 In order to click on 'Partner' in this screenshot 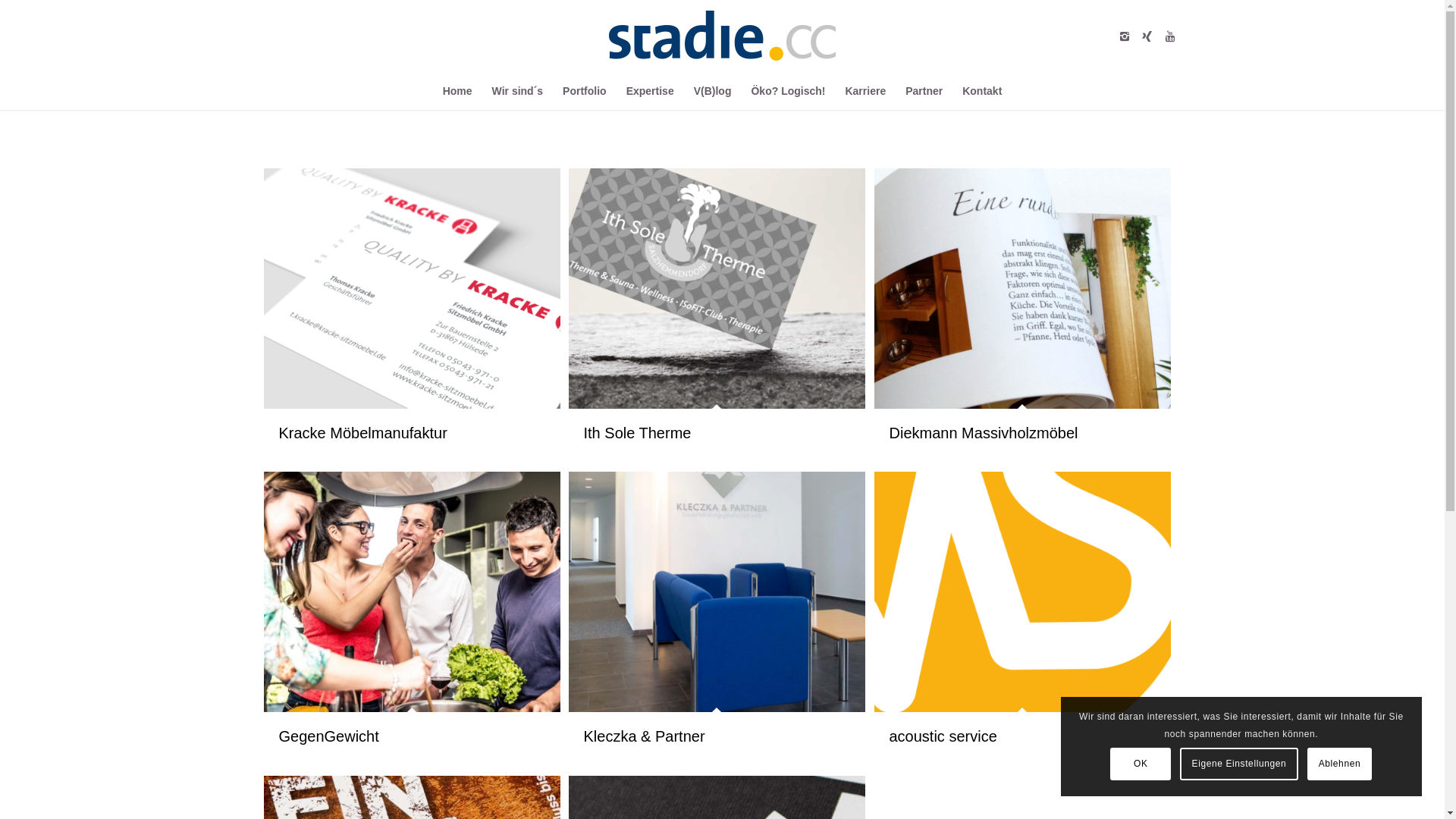, I will do `click(923, 90)`.